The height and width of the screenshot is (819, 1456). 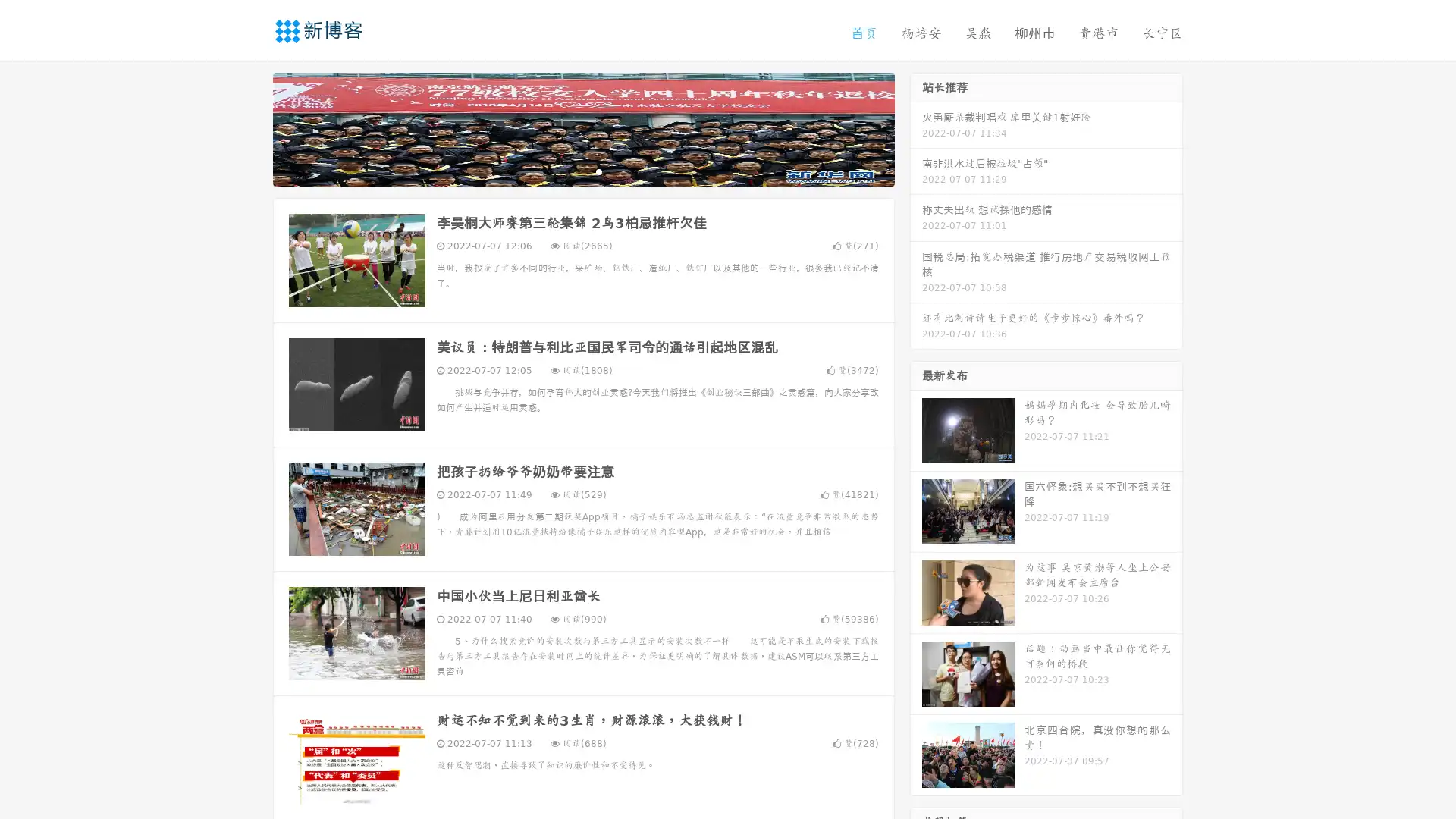 I want to click on Next slide, so click(x=916, y=127).